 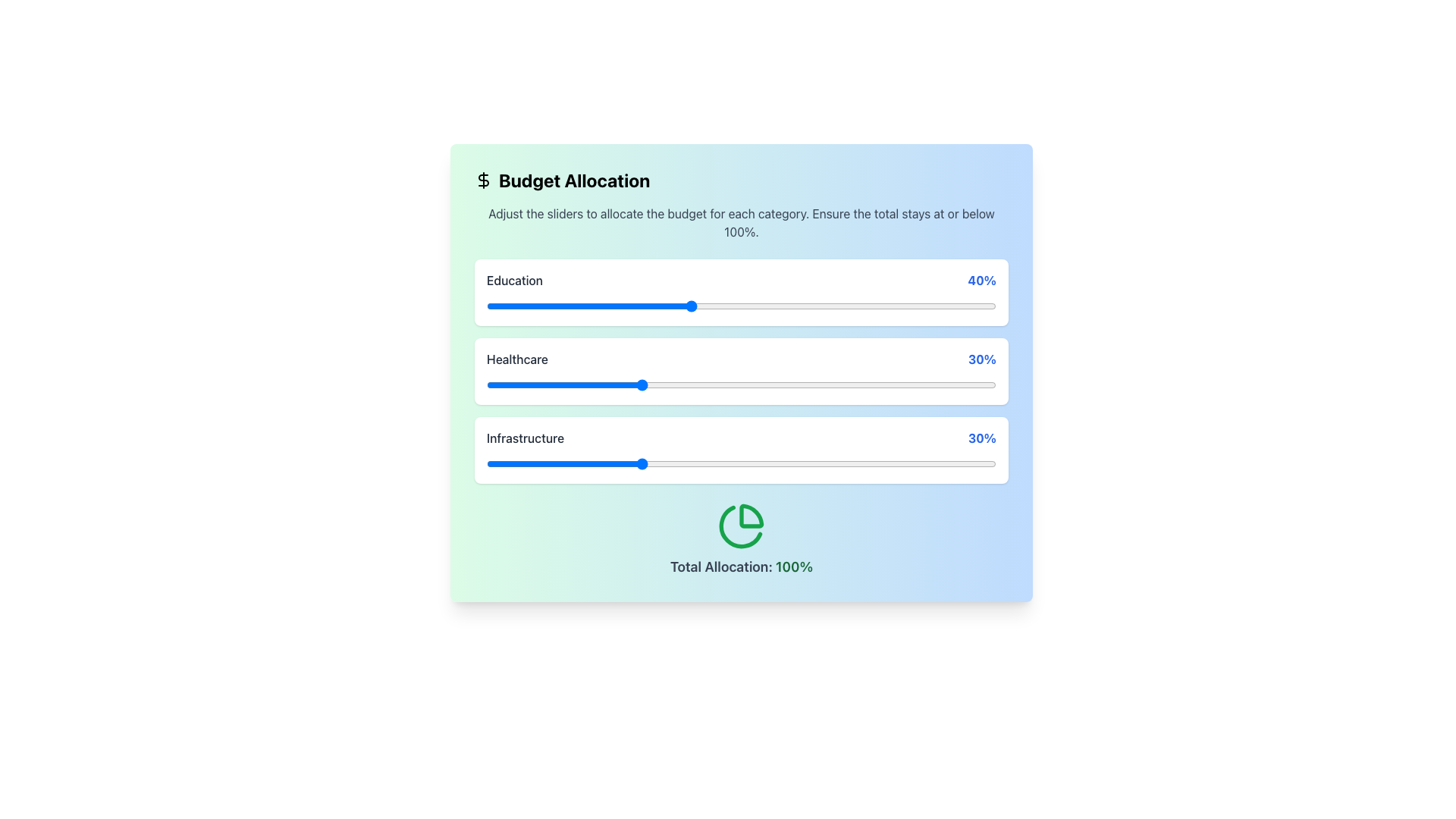 What do you see at coordinates (573, 306) in the screenshot?
I see `the Education allocation slider` at bounding box center [573, 306].